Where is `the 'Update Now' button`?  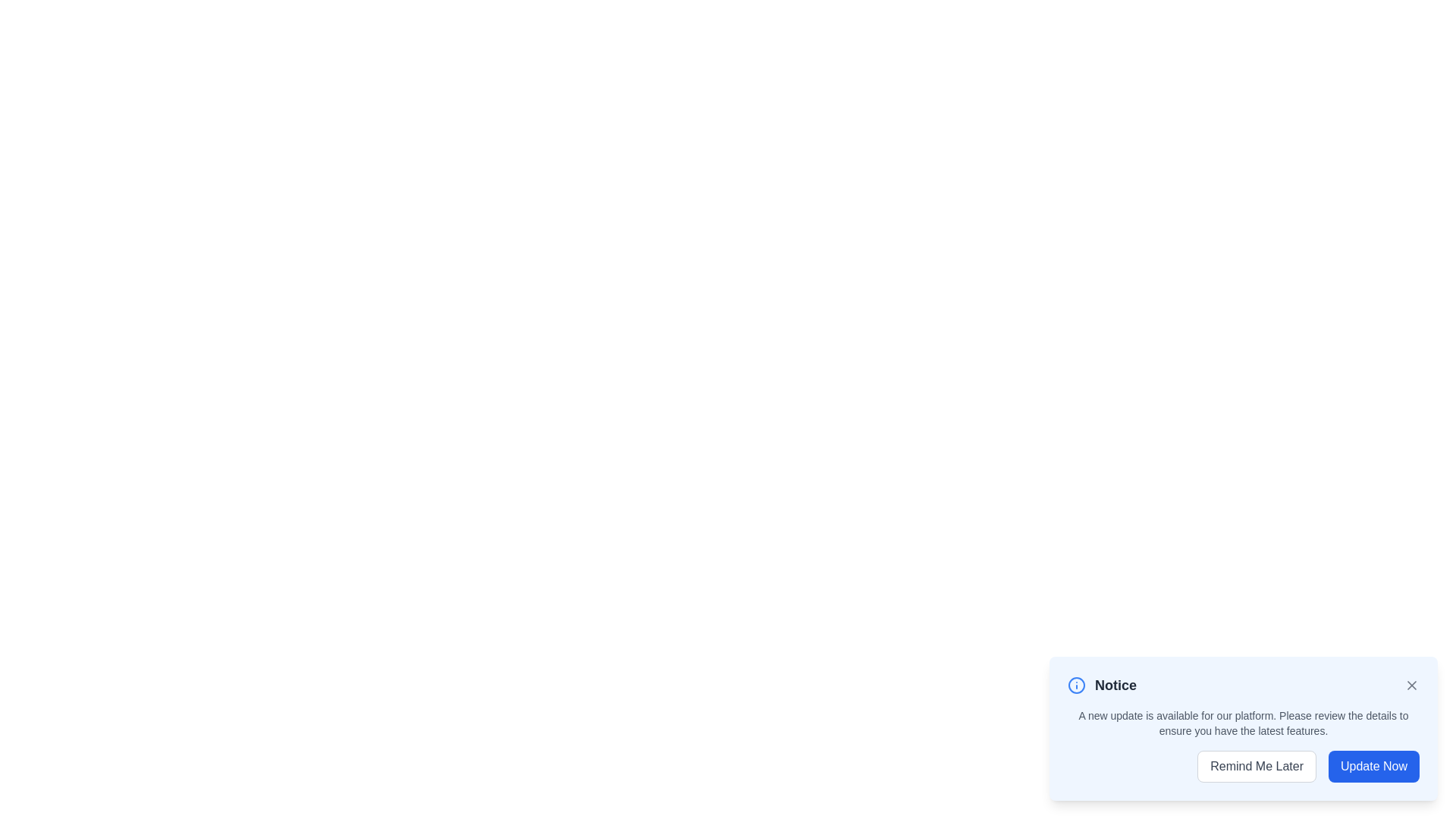 the 'Update Now' button is located at coordinates (1373, 766).